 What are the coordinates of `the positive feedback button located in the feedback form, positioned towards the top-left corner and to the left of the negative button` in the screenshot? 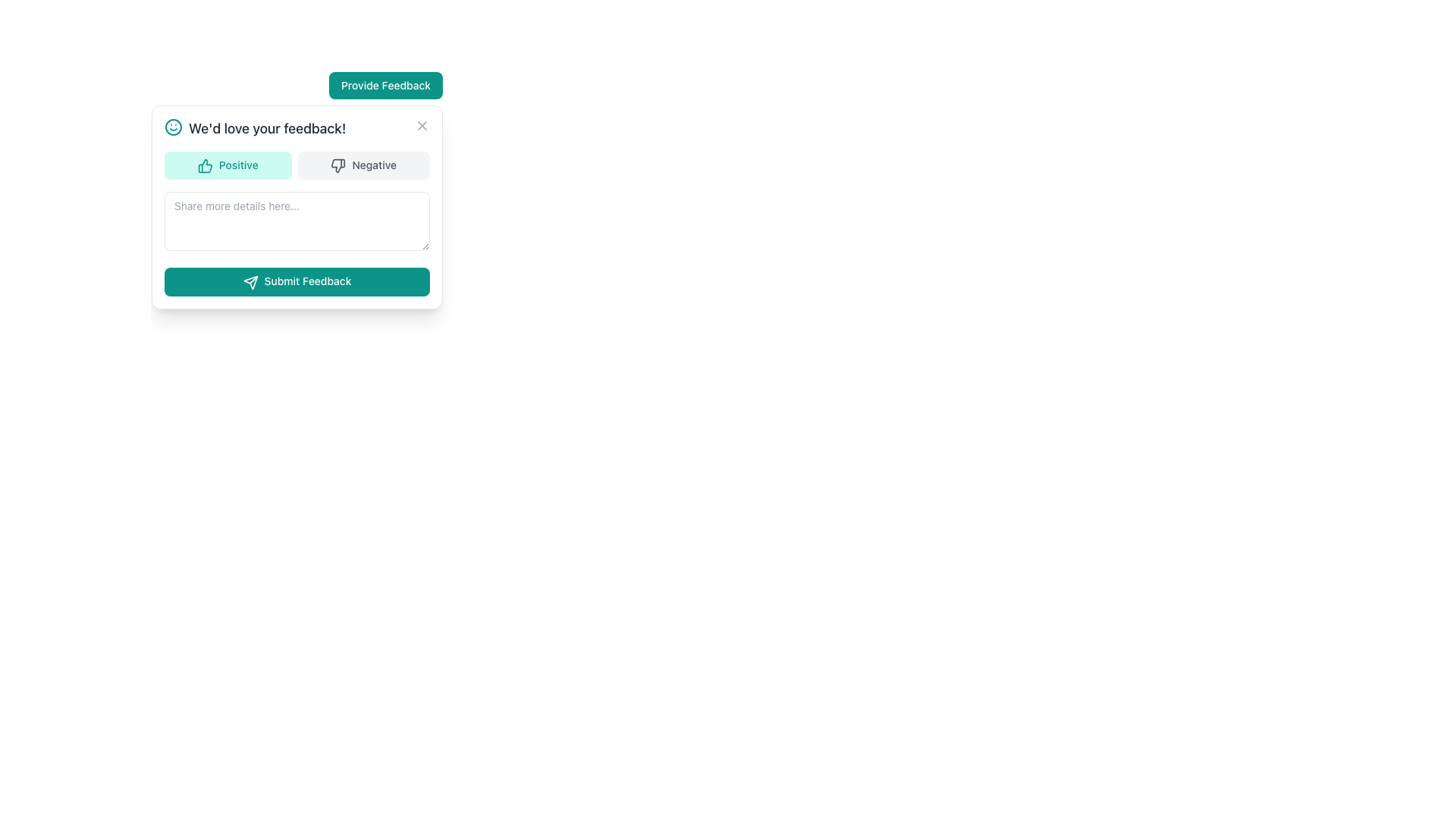 It's located at (227, 165).